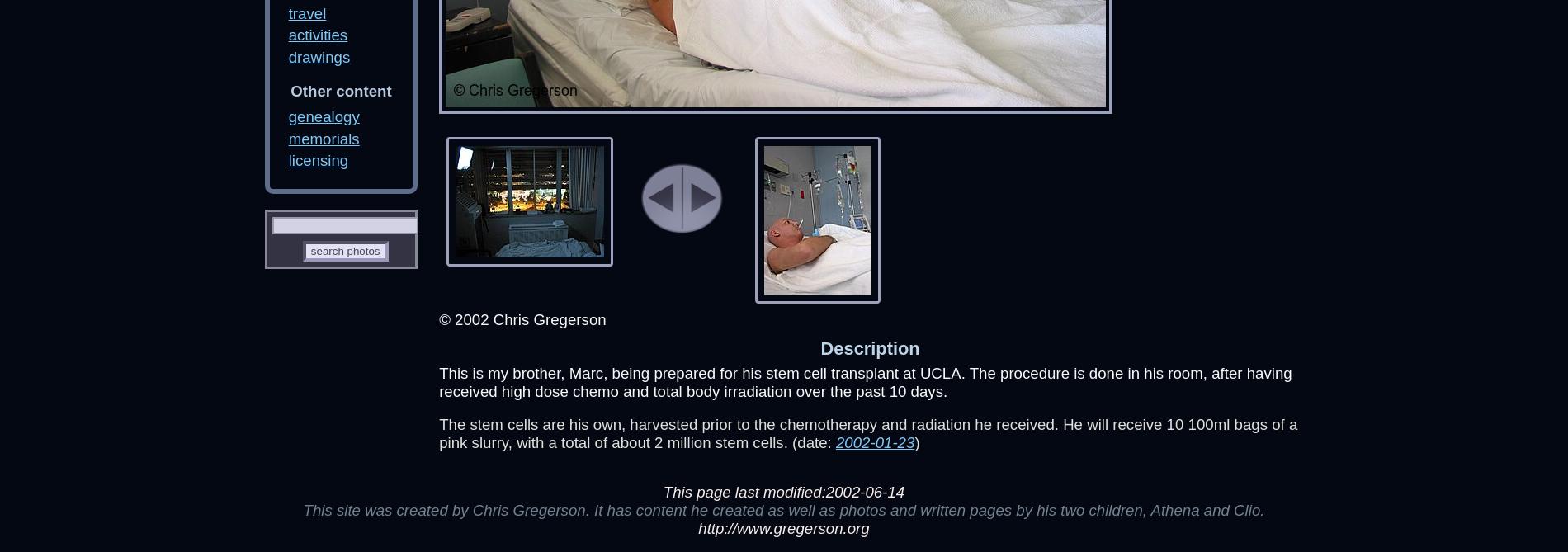 This screenshot has width=1568, height=552. What do you see at coordinates (287, 159) in the screenshot?
I see `'licensing'` at bounding box center [287, 159].